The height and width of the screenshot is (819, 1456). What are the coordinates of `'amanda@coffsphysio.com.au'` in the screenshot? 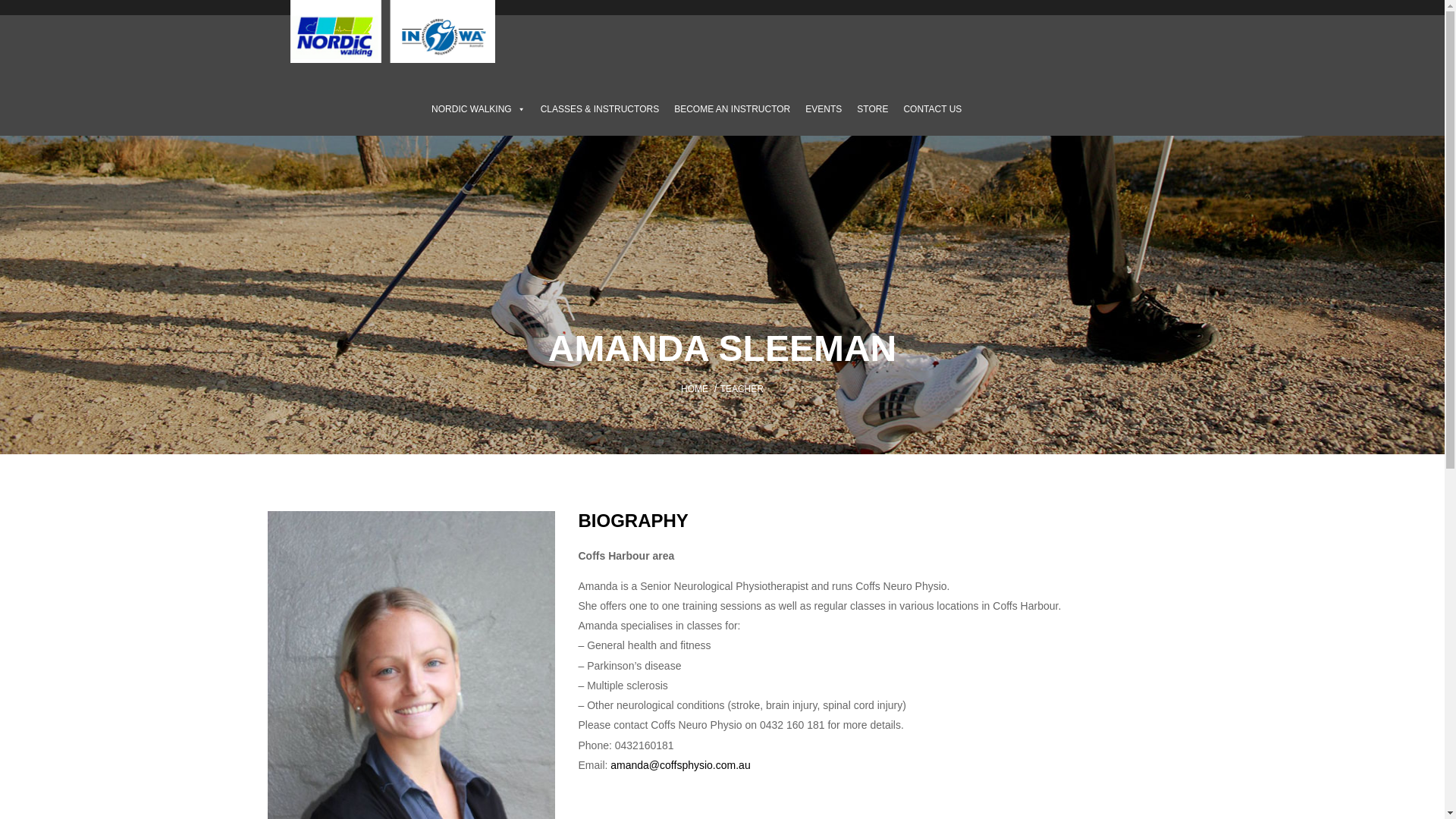 It's located at (679, 765).